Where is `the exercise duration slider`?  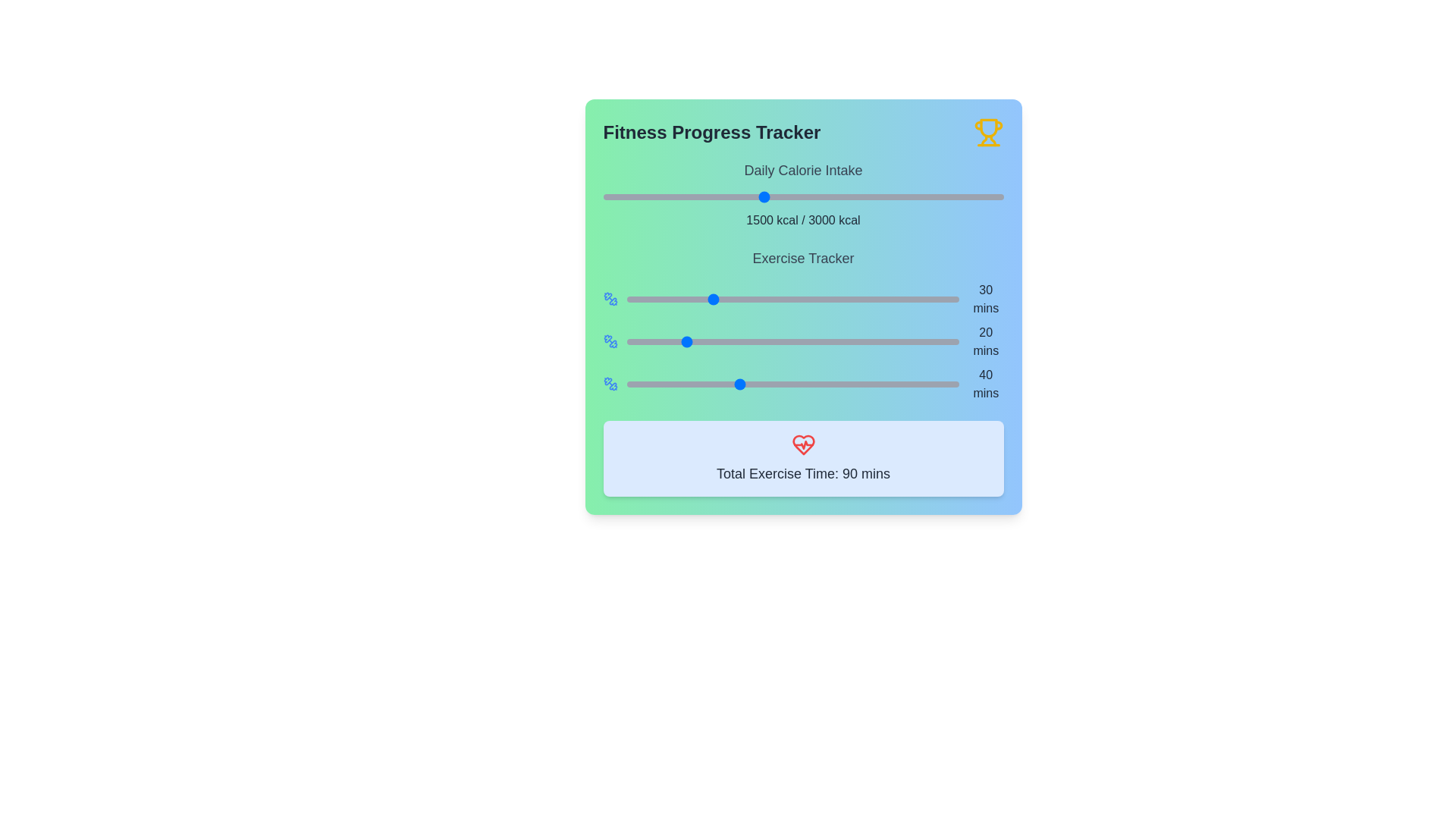
the exercise duration slider is located at coordinates (757, 342).